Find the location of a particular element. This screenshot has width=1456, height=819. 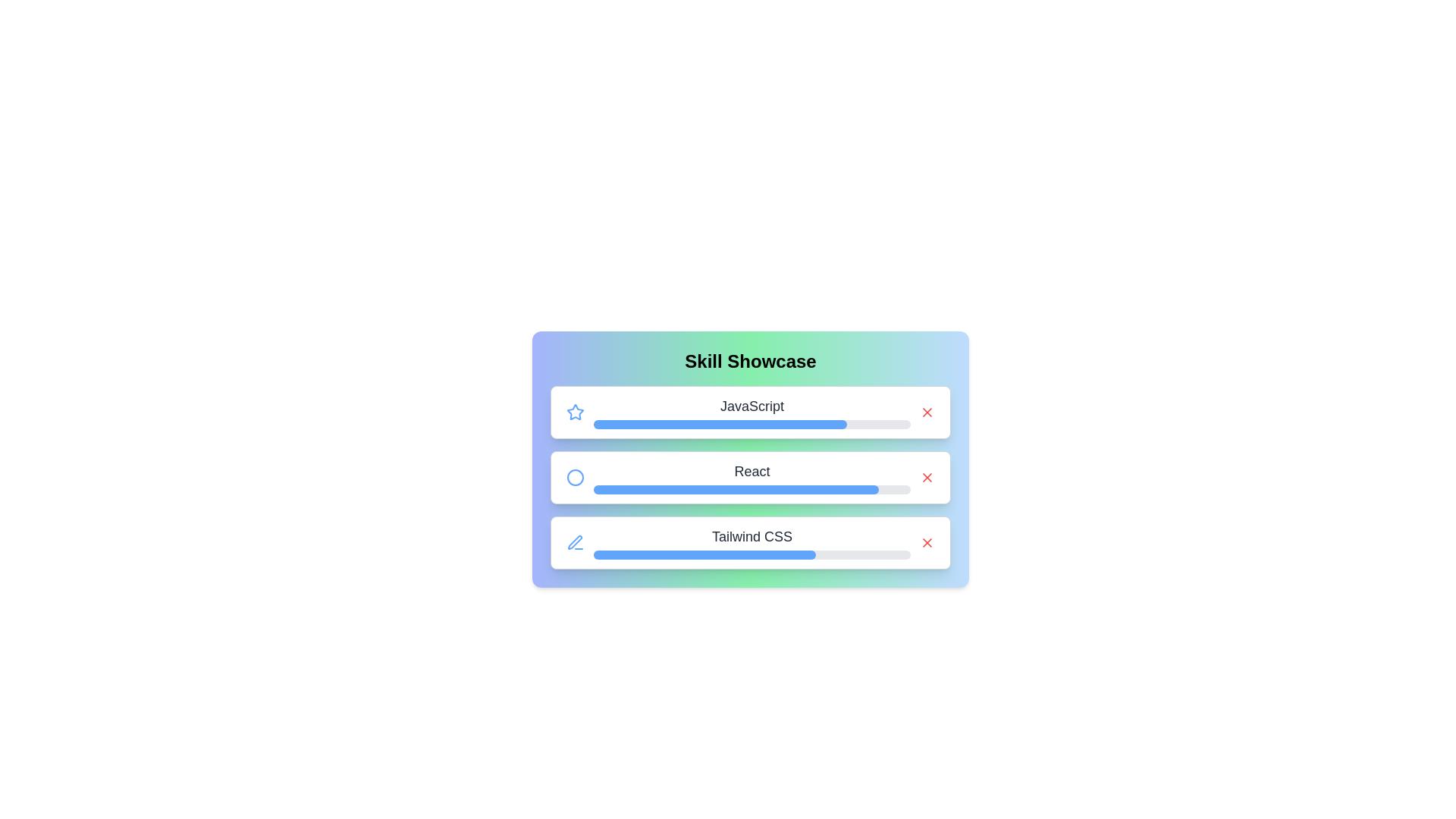

the icon next to the skill name Tailwind CSS is located at coordinates (574, 542).